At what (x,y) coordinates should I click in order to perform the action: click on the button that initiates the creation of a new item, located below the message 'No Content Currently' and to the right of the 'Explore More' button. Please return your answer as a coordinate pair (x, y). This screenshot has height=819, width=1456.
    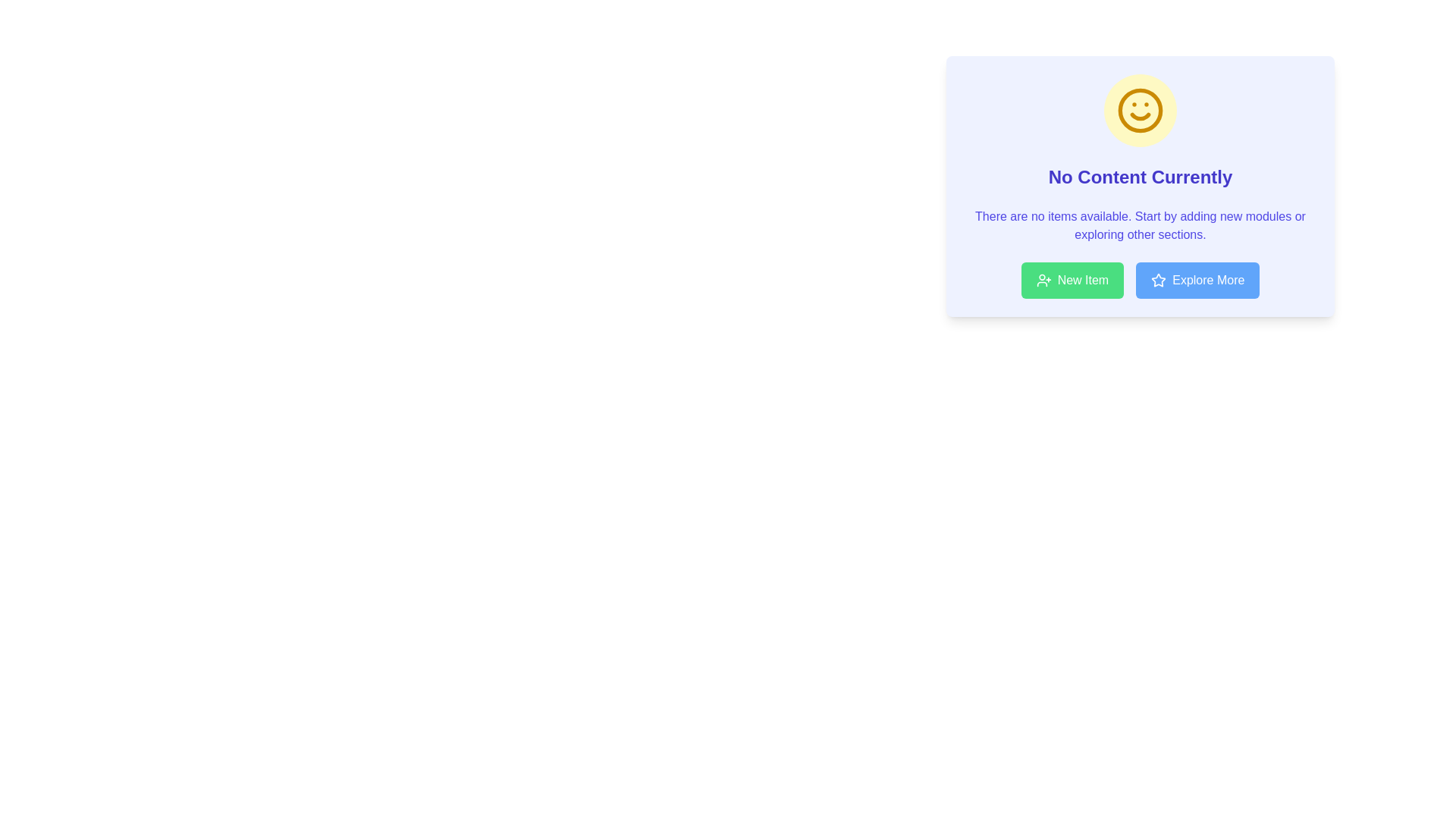
    Looking at the image, I should click on (1072, 281).